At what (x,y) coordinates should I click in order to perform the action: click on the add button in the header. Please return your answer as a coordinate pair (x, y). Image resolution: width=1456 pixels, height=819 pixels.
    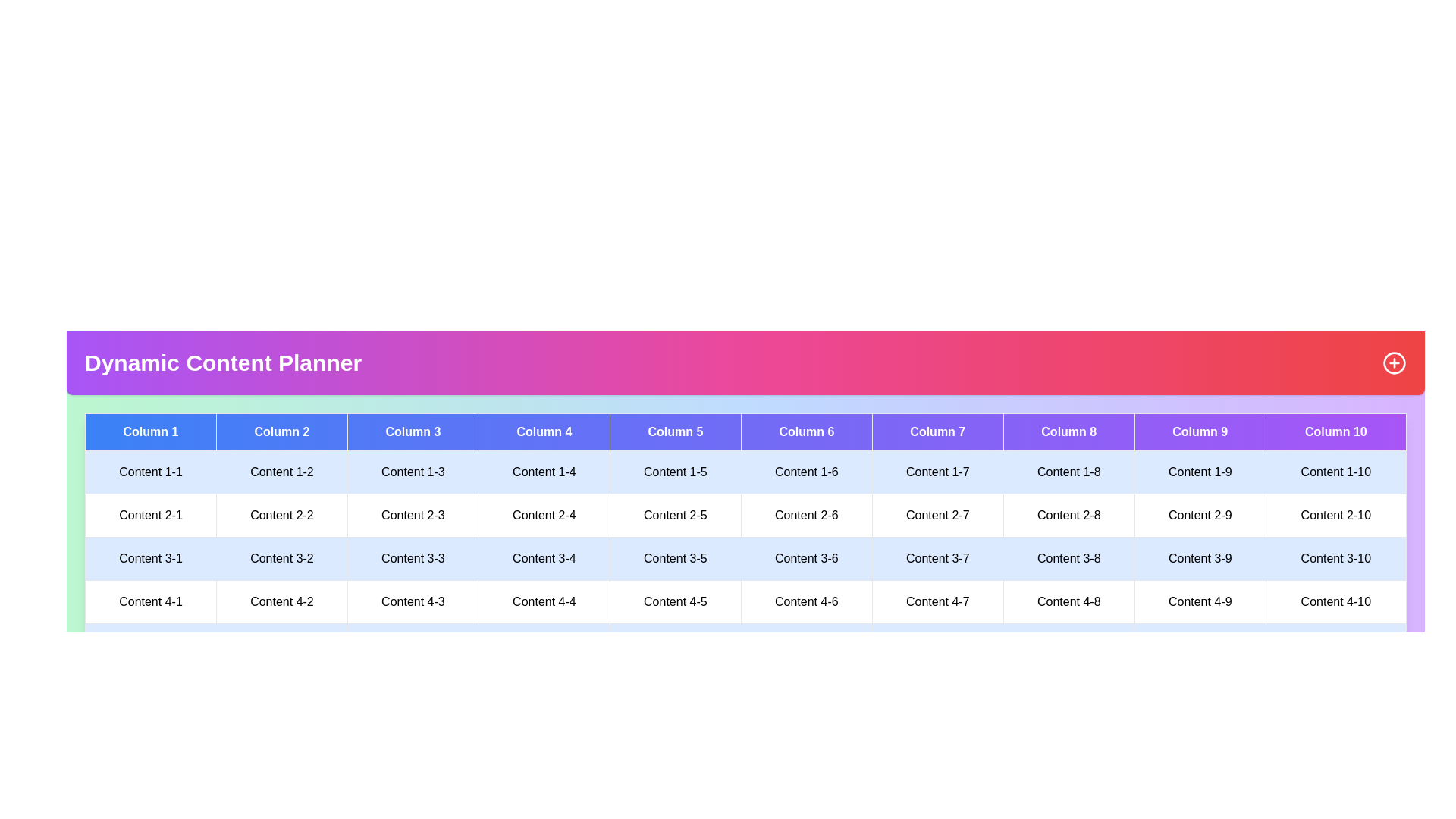
    Looking at the image, I should click on (1394, 362).